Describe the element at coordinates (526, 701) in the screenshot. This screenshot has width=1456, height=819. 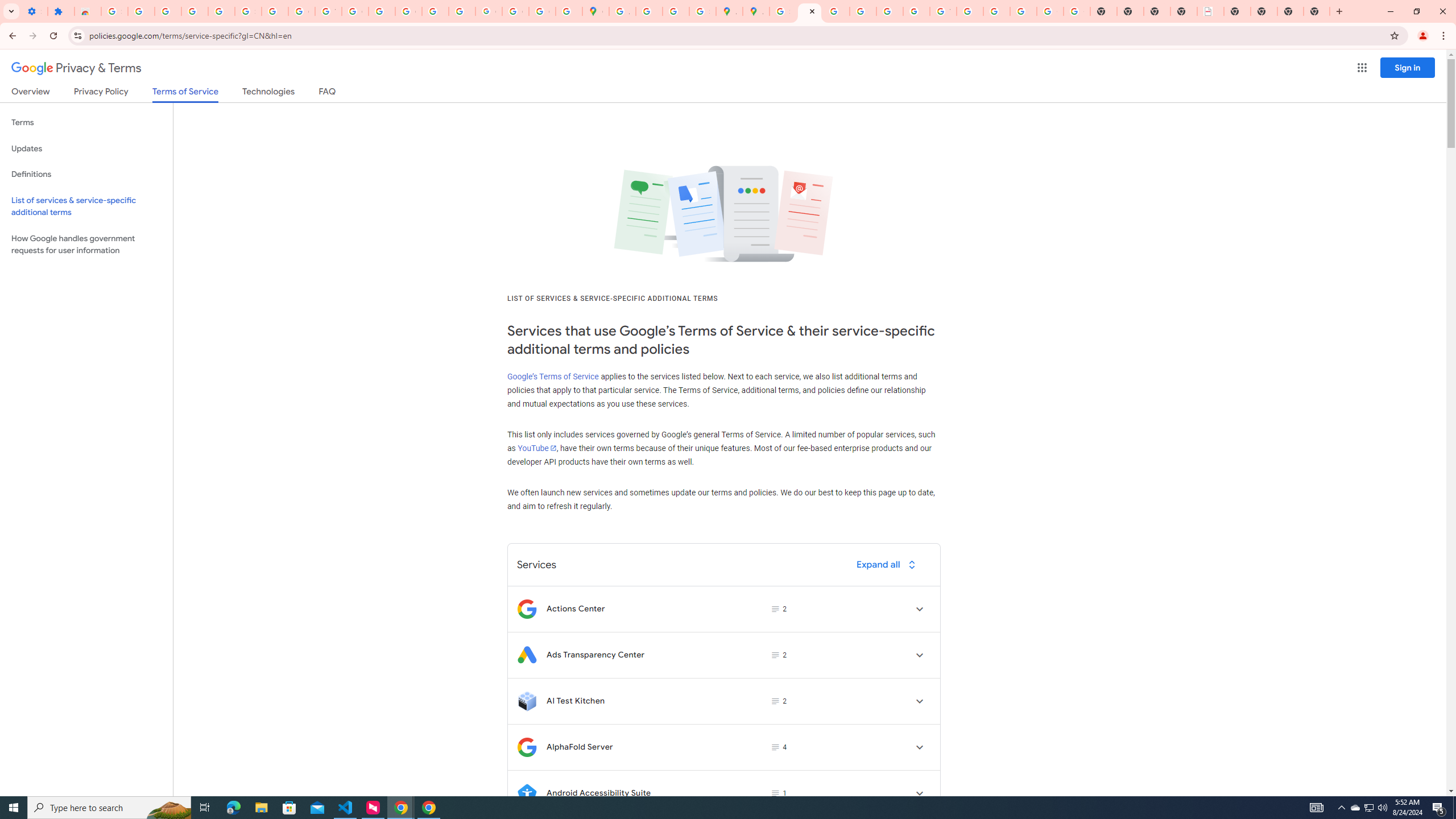
I see `'Logo for AI Test Kitchen'` at that location.